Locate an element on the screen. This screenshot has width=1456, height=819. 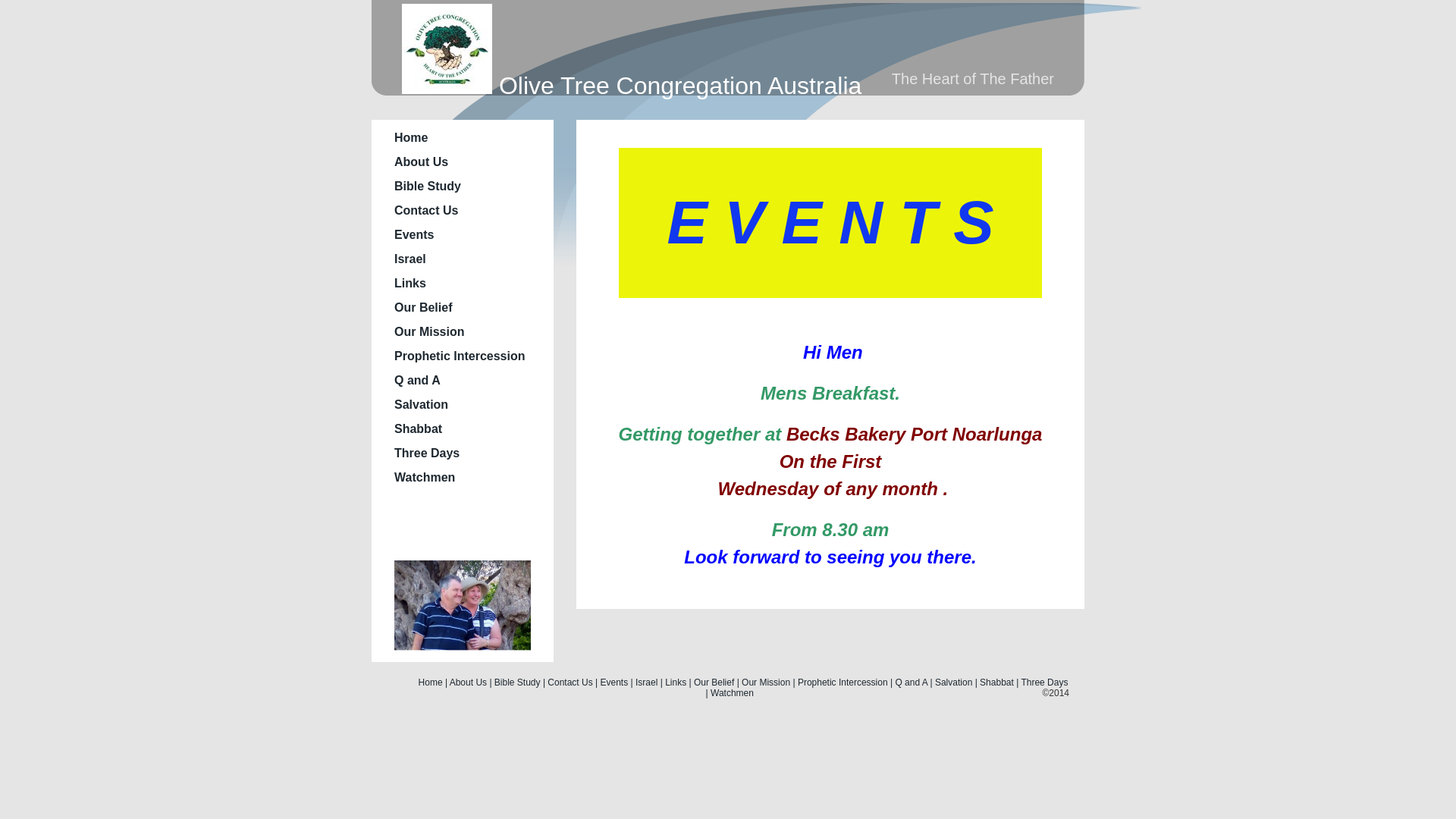
'Shabbat' is located at coordinates (418, 428).